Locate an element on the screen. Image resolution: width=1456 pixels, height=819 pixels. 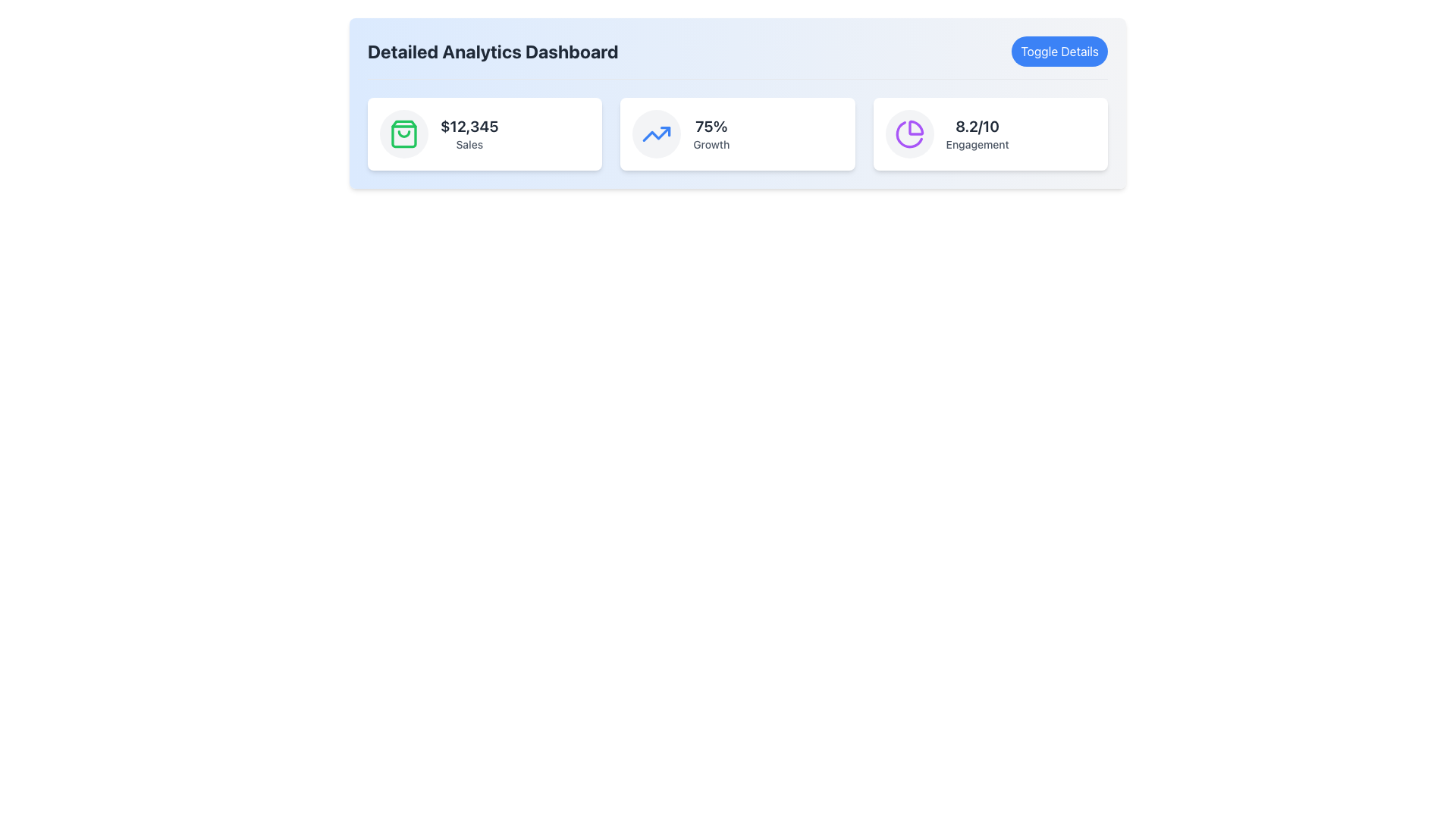
the informational text label displaying '75%' is located at coordinates (711, 133).